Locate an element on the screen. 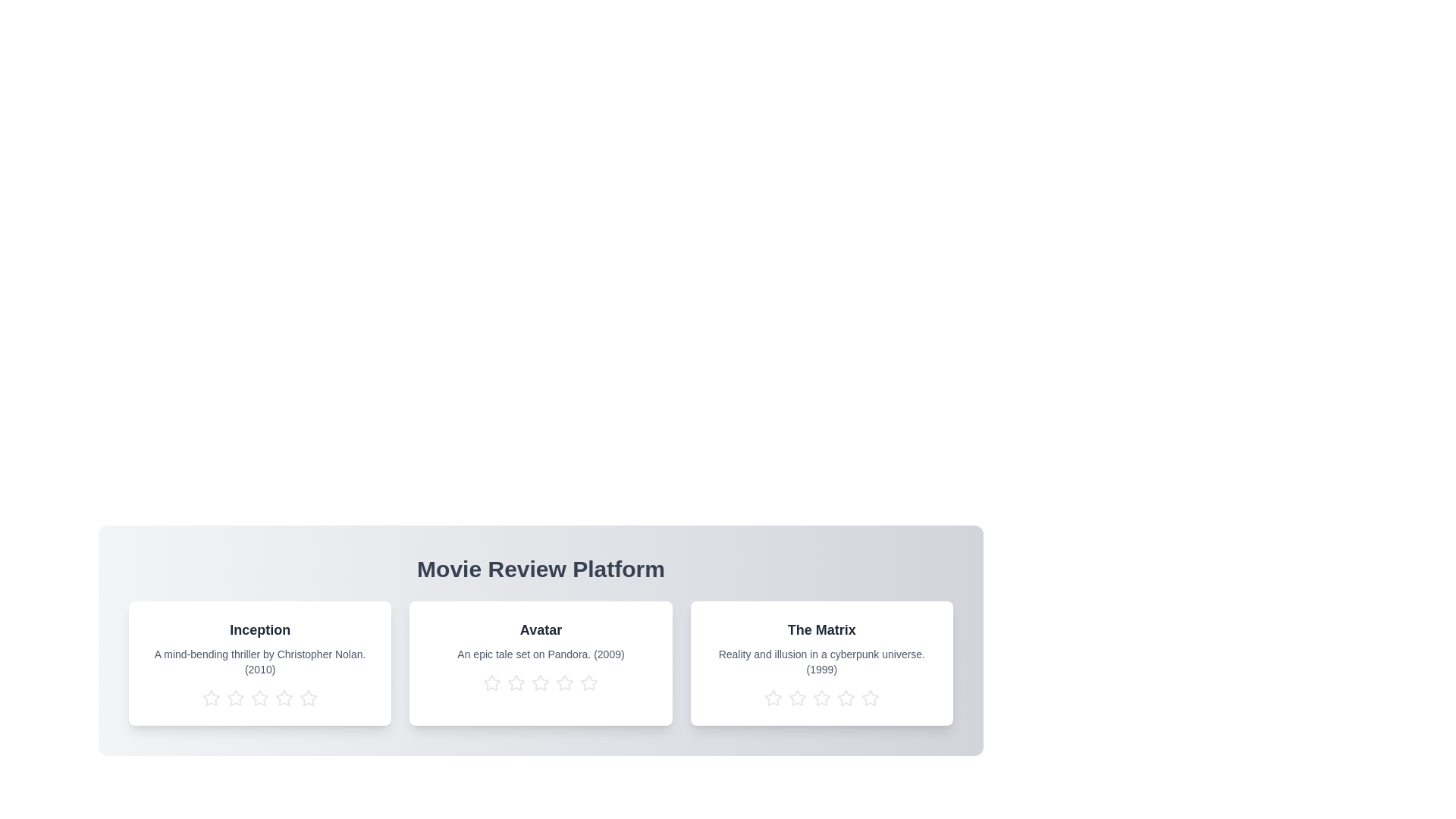  the star corresponding to 1 stars for the movie titled The Matrix is located at coordinates (772, 698).